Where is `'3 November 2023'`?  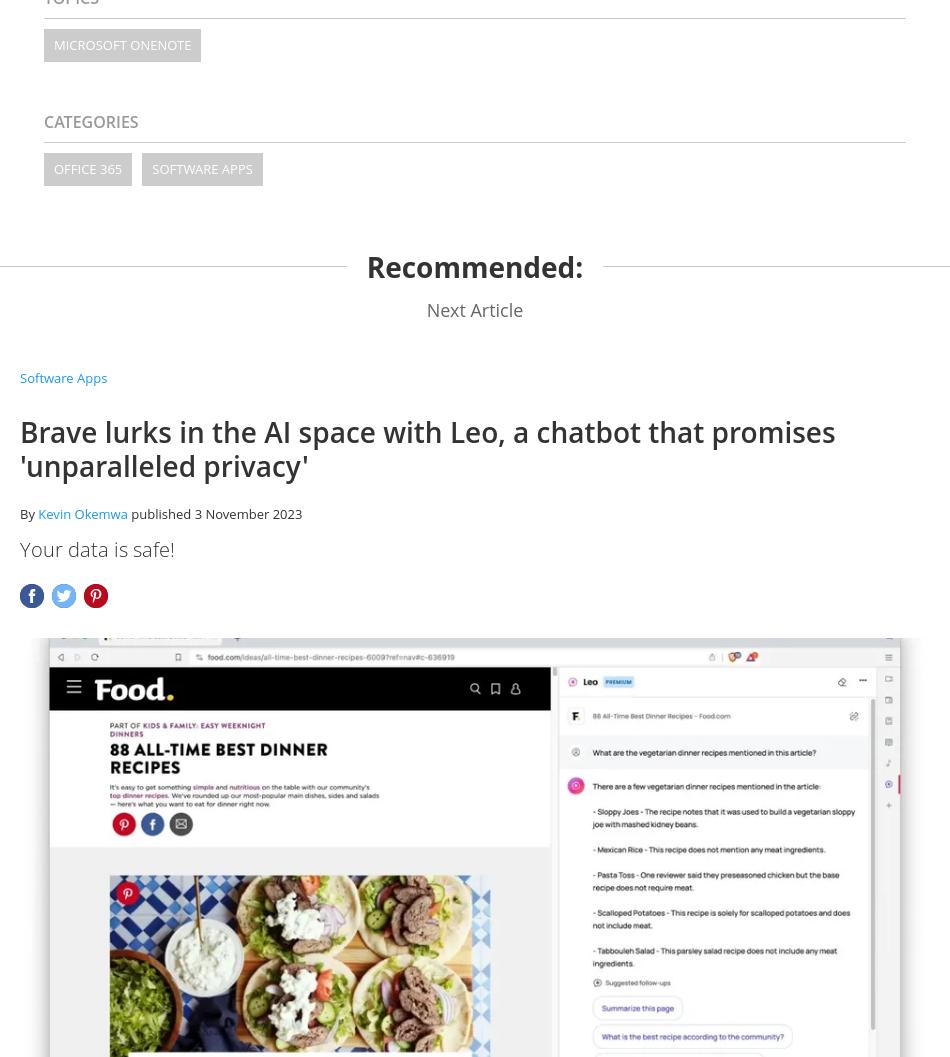
'3 November 2023' is located at coordinates (247, 512).